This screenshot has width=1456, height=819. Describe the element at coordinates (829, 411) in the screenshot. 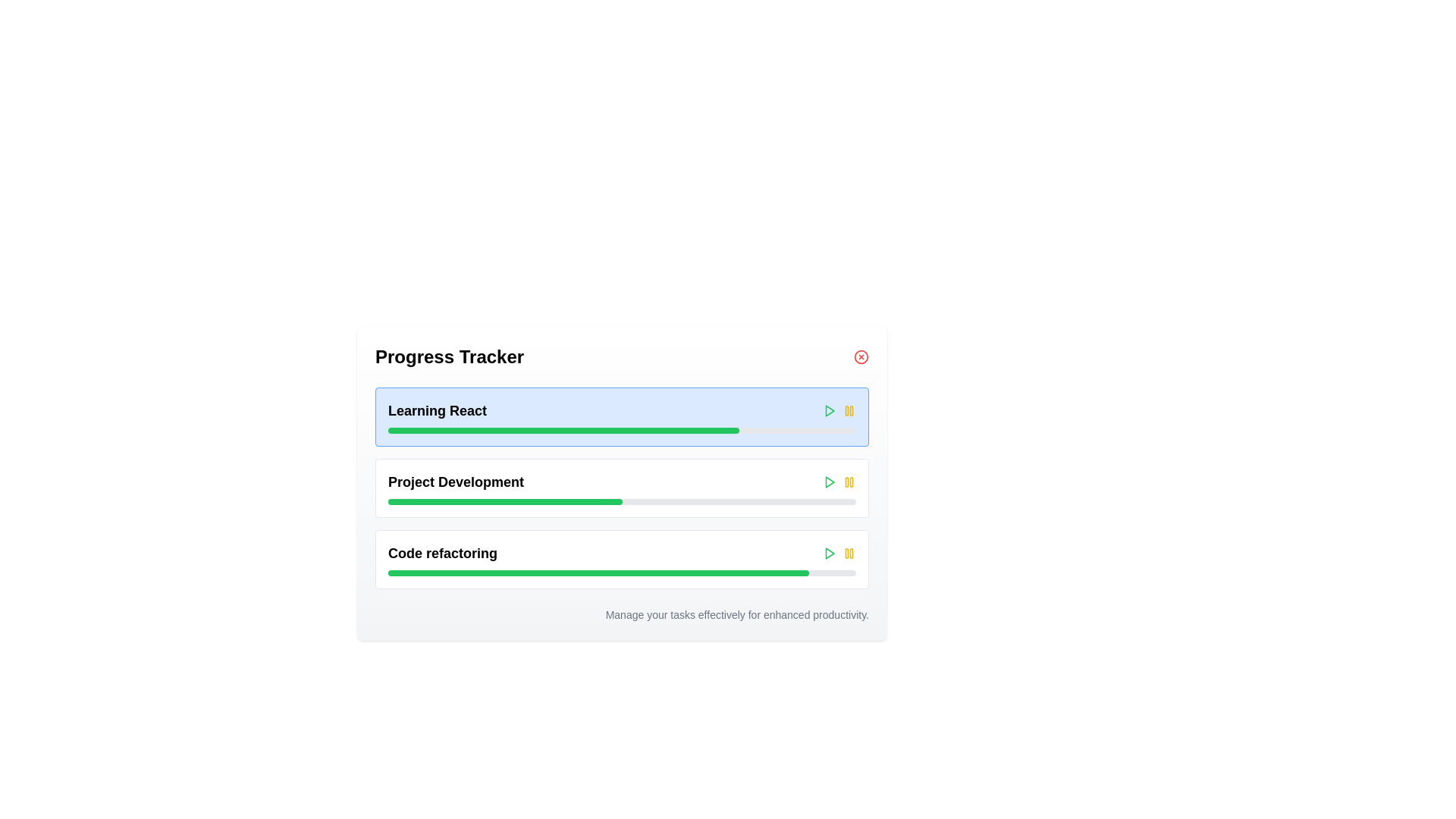

I see `the 'Play' button, which is the first interactive green triangle icon located to the far right of the 'Learning React' task bar` at that location.